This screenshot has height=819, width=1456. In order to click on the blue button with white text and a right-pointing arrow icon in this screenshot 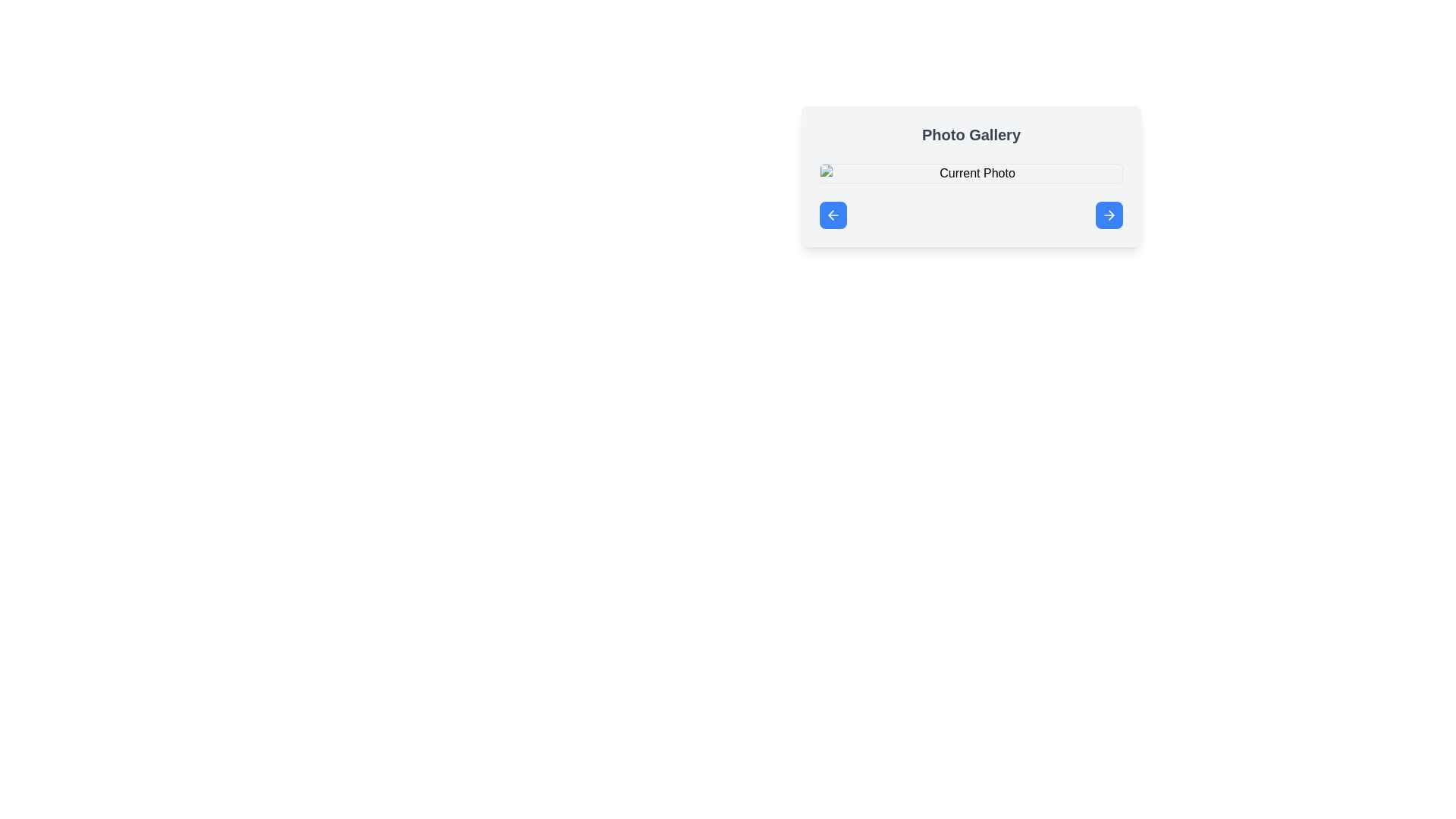, I will do `click(1109, 215)`.